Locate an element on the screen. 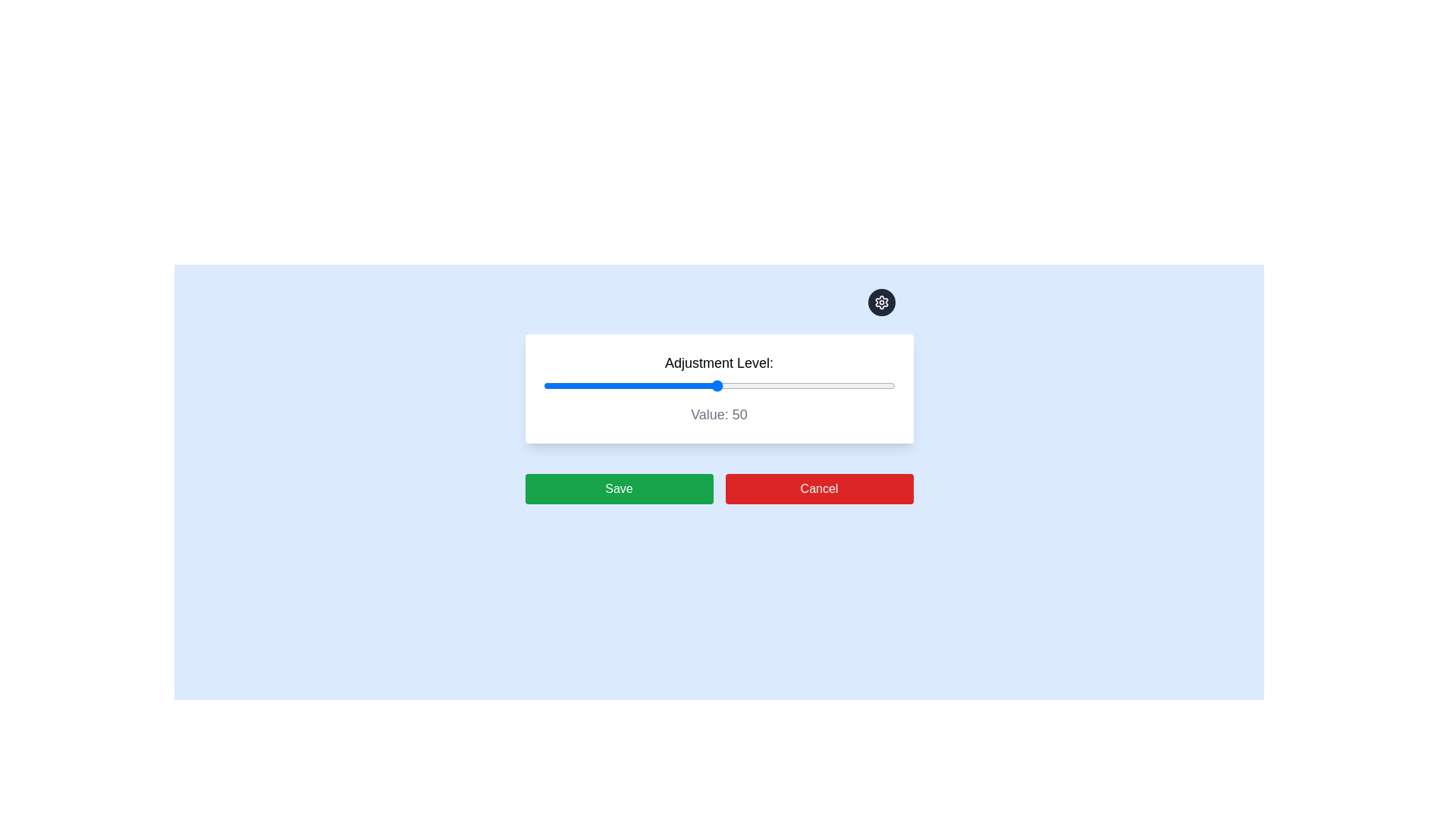  the 'Settings' icon located at the top-right corner of the interface is located at coordinates (881, 302).